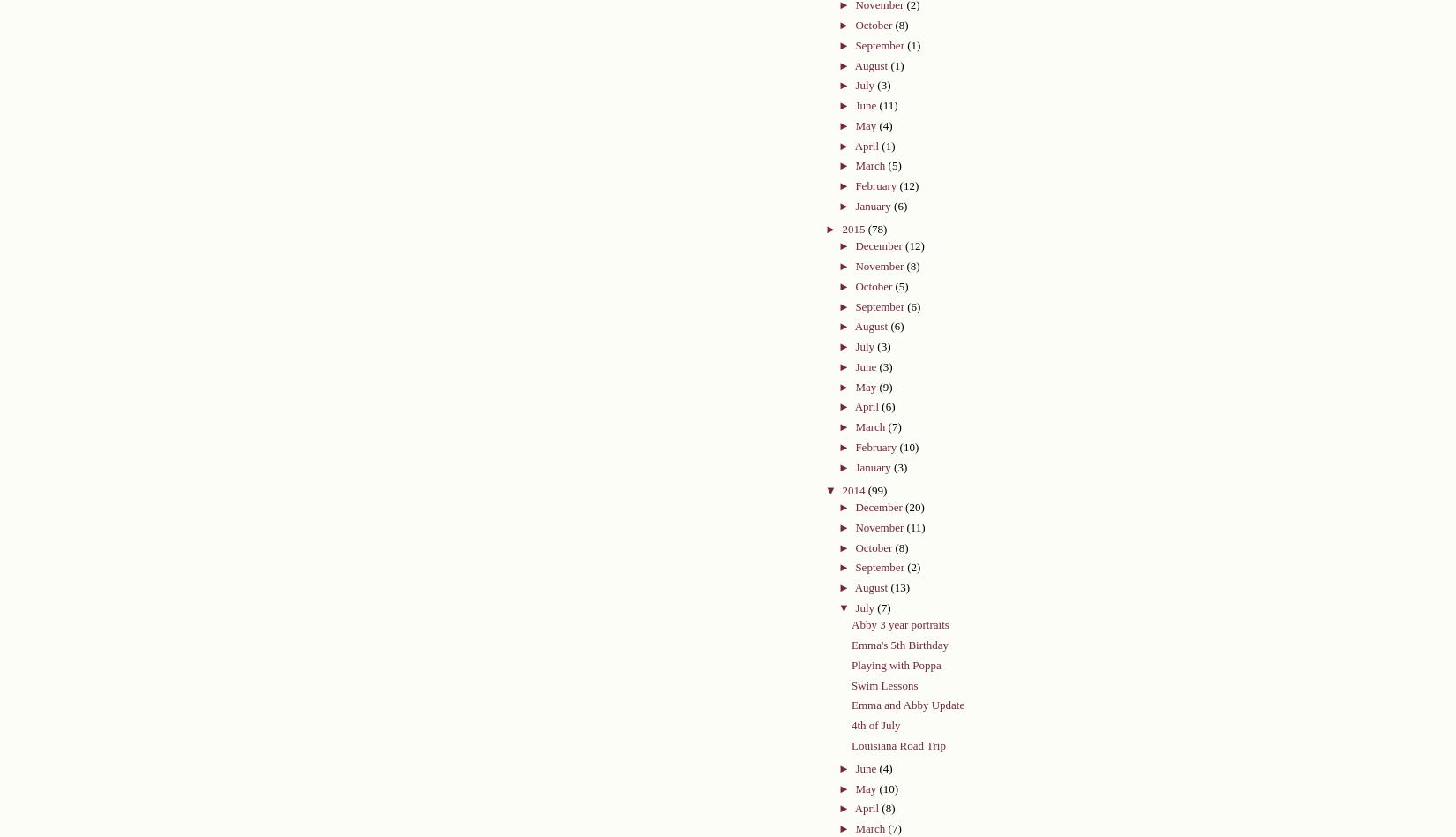 The width and height of the screenshot is (1456, 837). What do you see at coordinates (900, 623) in the screenshot?
I see `'Abby 3 year portraits'` at bounding box center [900, 623].